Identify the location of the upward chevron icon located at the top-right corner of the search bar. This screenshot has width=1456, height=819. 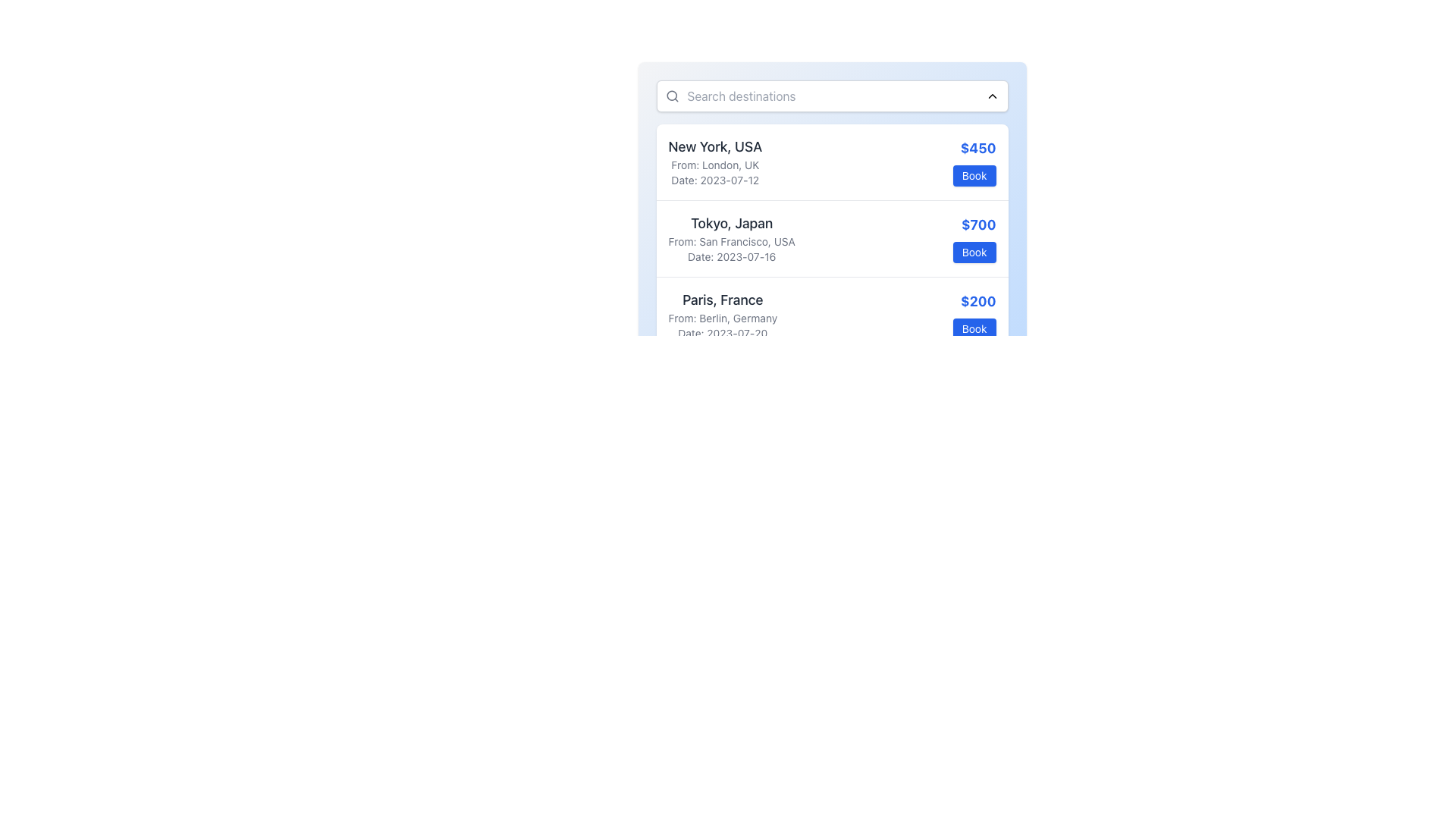
(992, 96).